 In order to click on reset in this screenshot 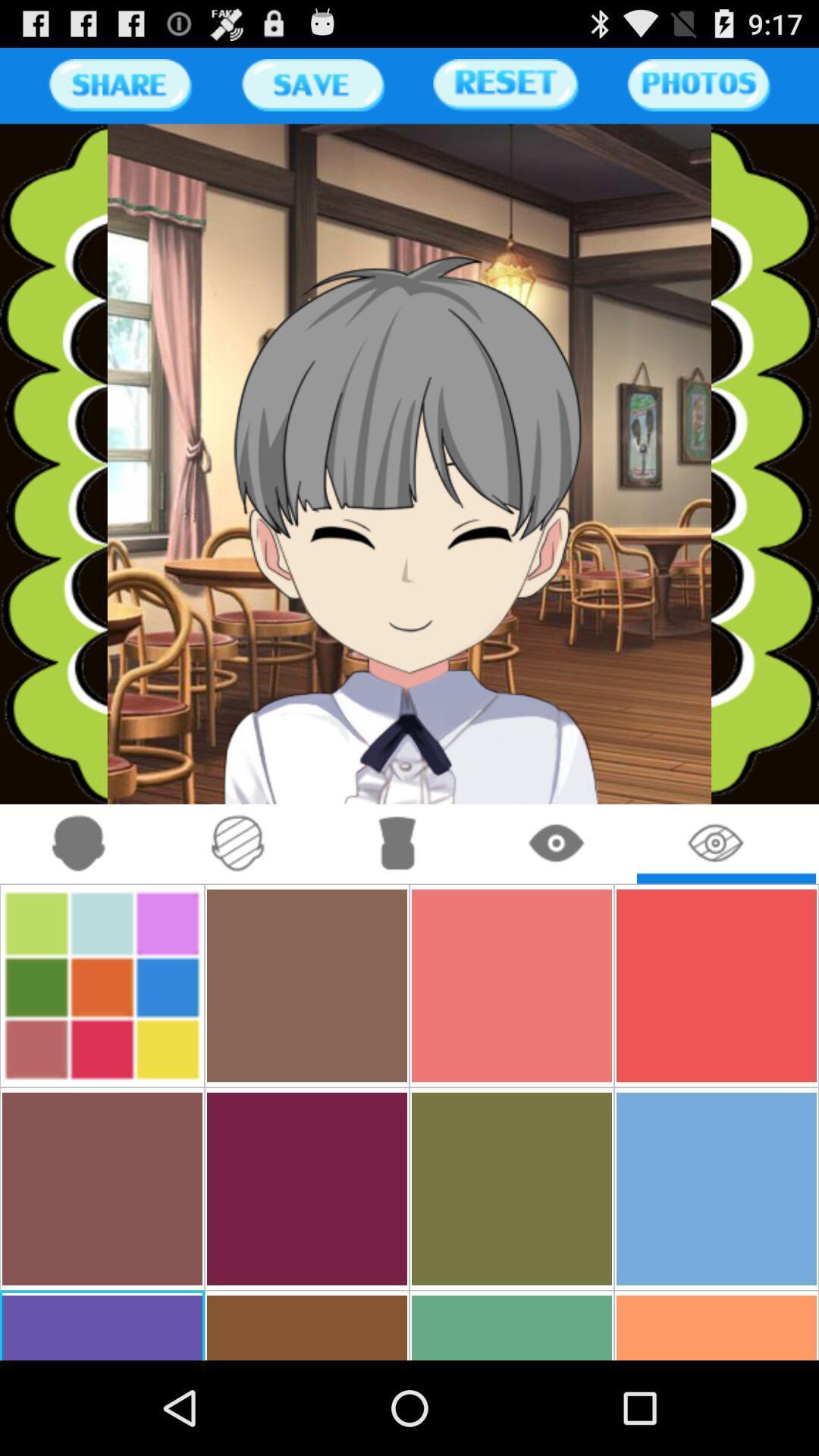, I will do `click(506, 84)`.